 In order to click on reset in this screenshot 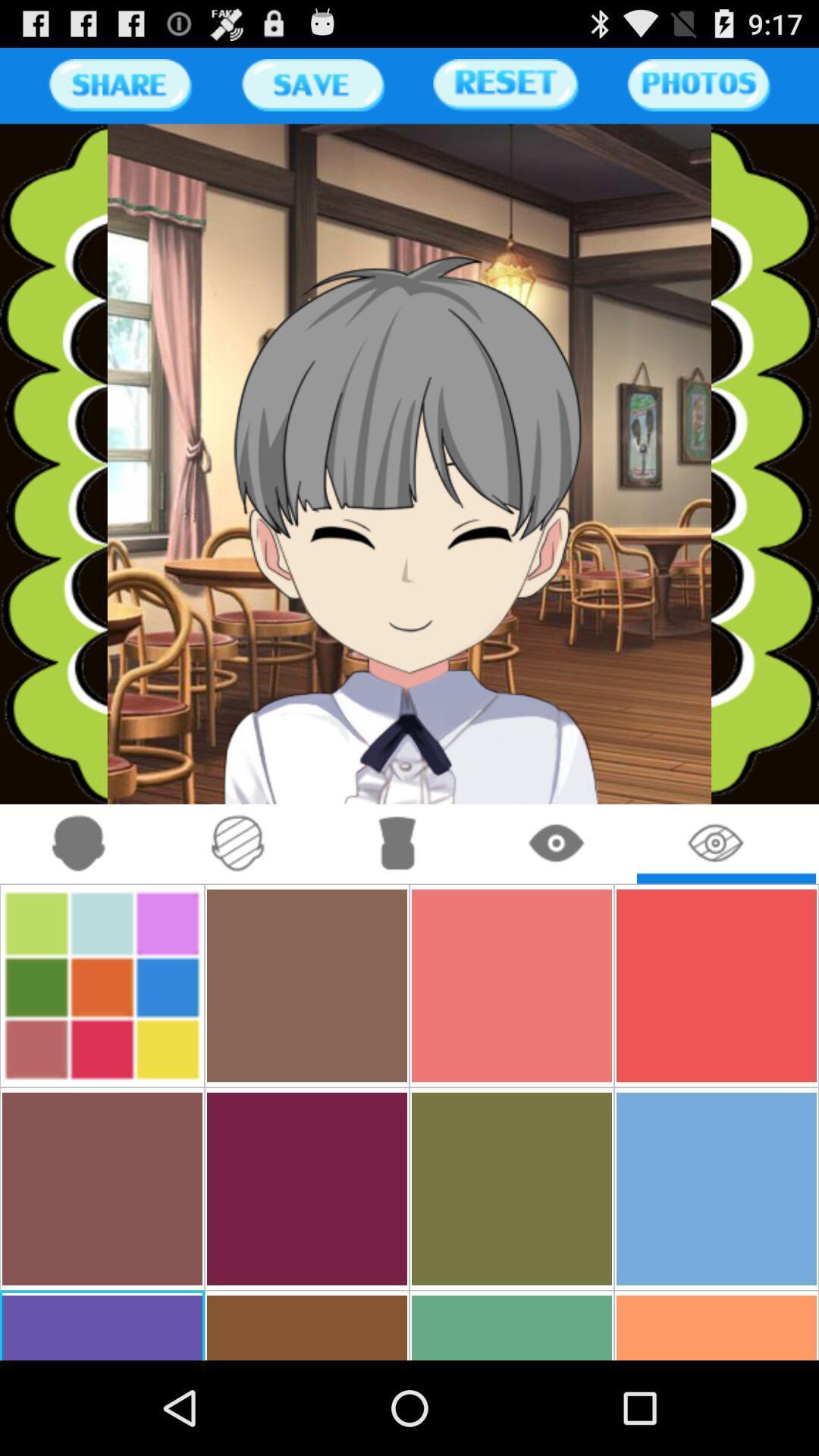, I will do `click(506, 84)`.